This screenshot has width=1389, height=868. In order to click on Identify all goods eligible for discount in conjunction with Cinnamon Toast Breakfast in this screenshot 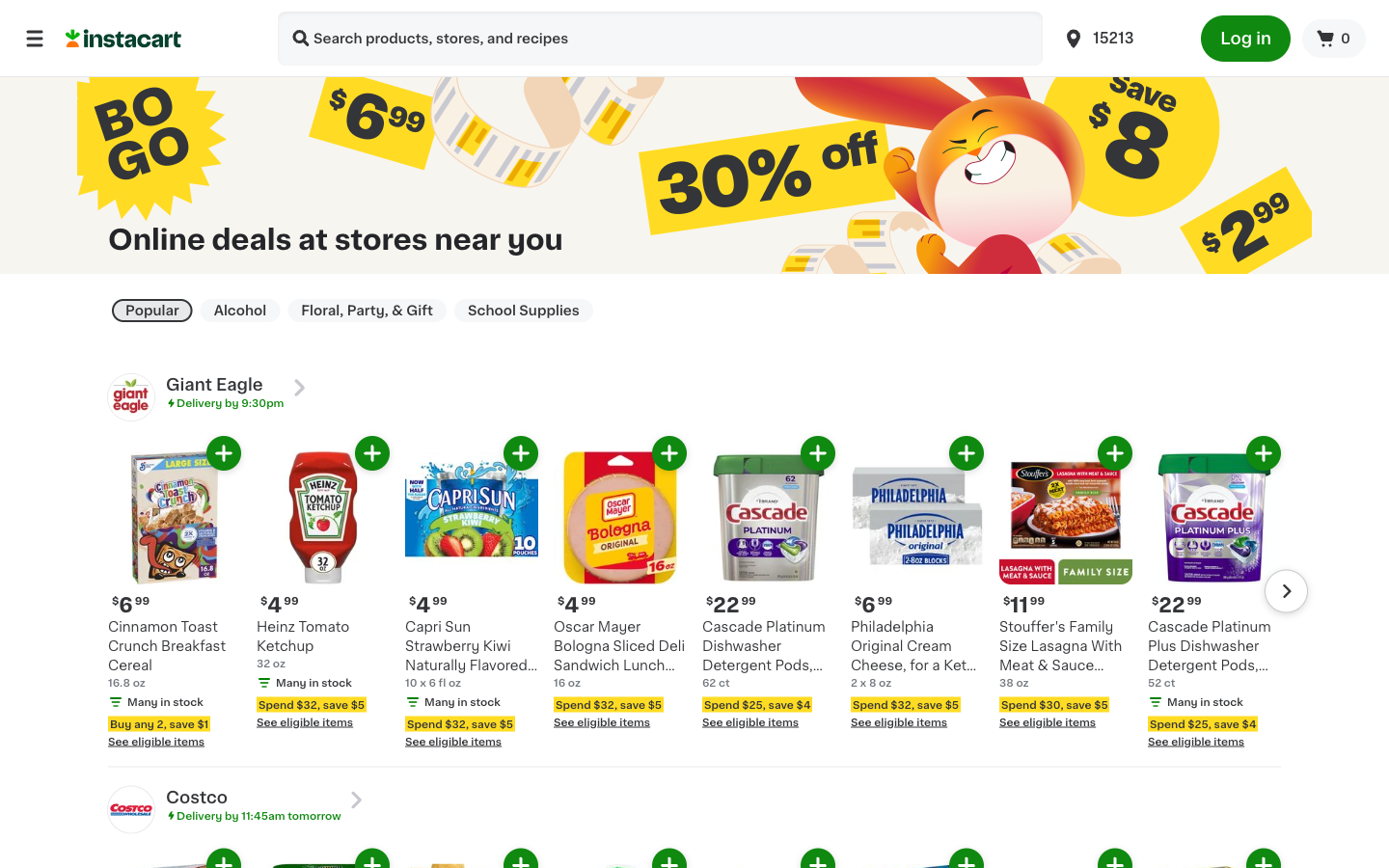, I will do `click(202, 754)`.